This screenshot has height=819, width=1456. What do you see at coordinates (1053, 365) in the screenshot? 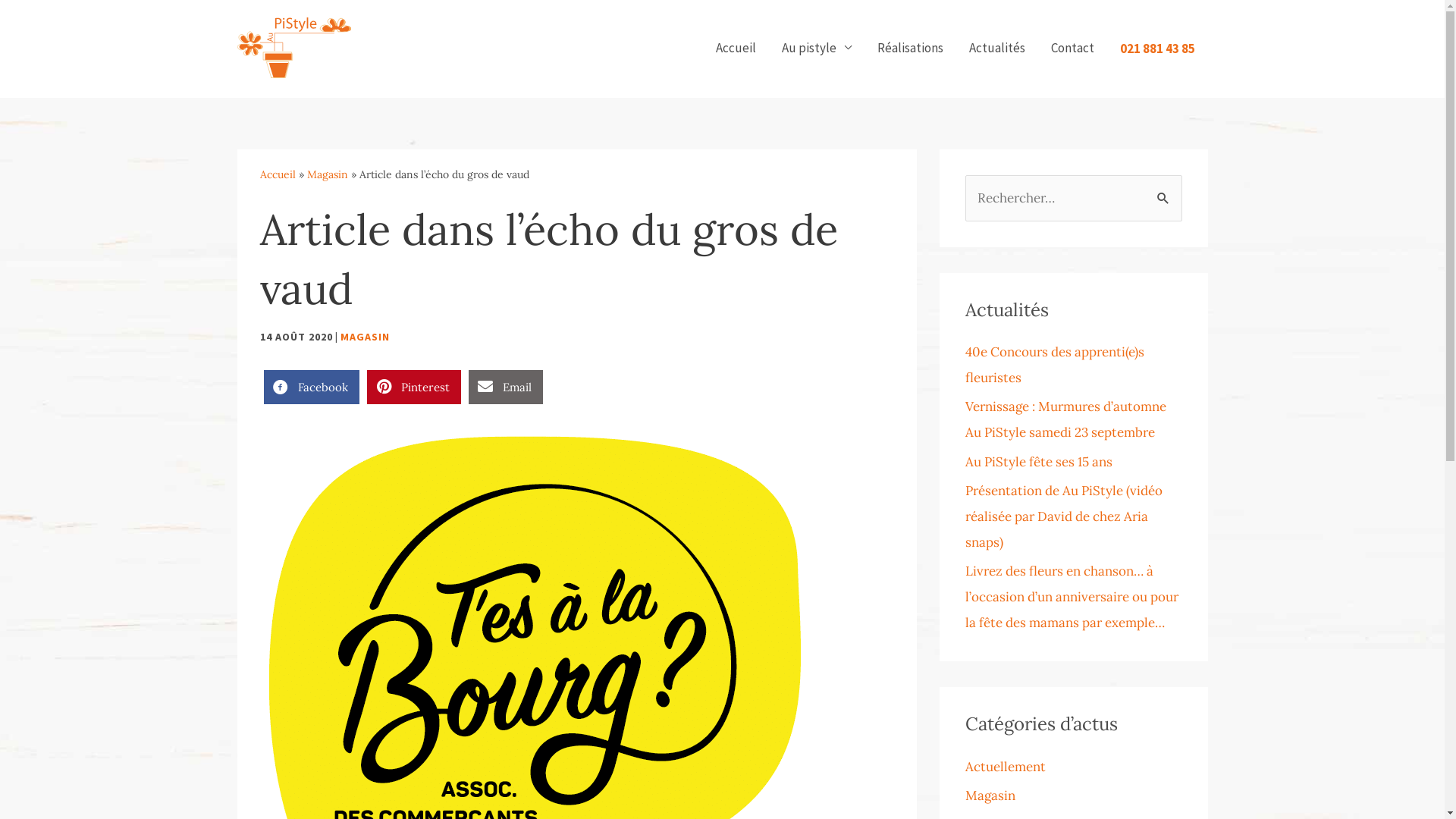
I see `'40e Concours des apprenti(e)s fleuristes'` at bounding box center [1053, 365].